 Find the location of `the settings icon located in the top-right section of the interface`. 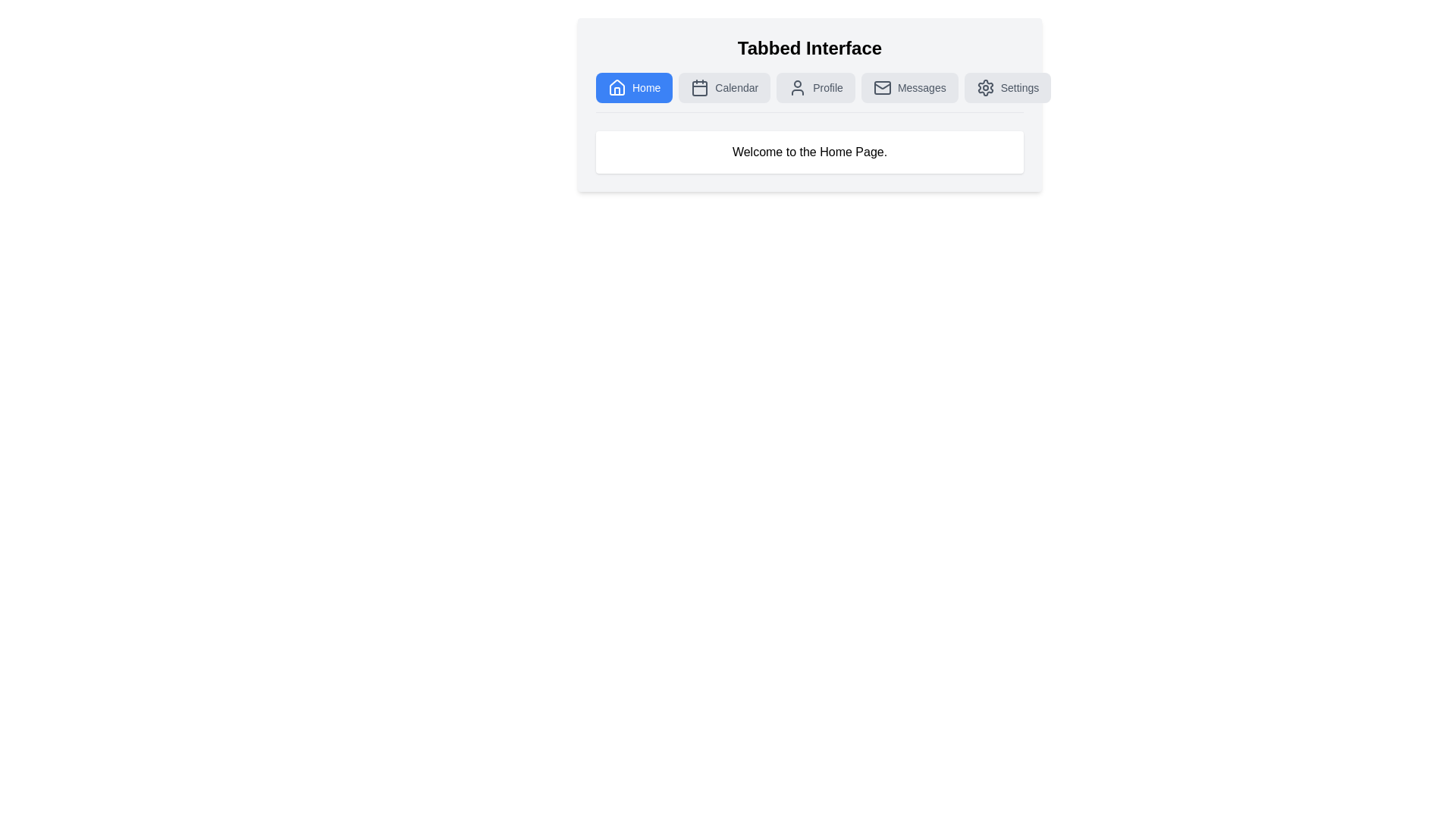

the settings icon located in the top-right section of the interface is located at coordinates (985, 87).